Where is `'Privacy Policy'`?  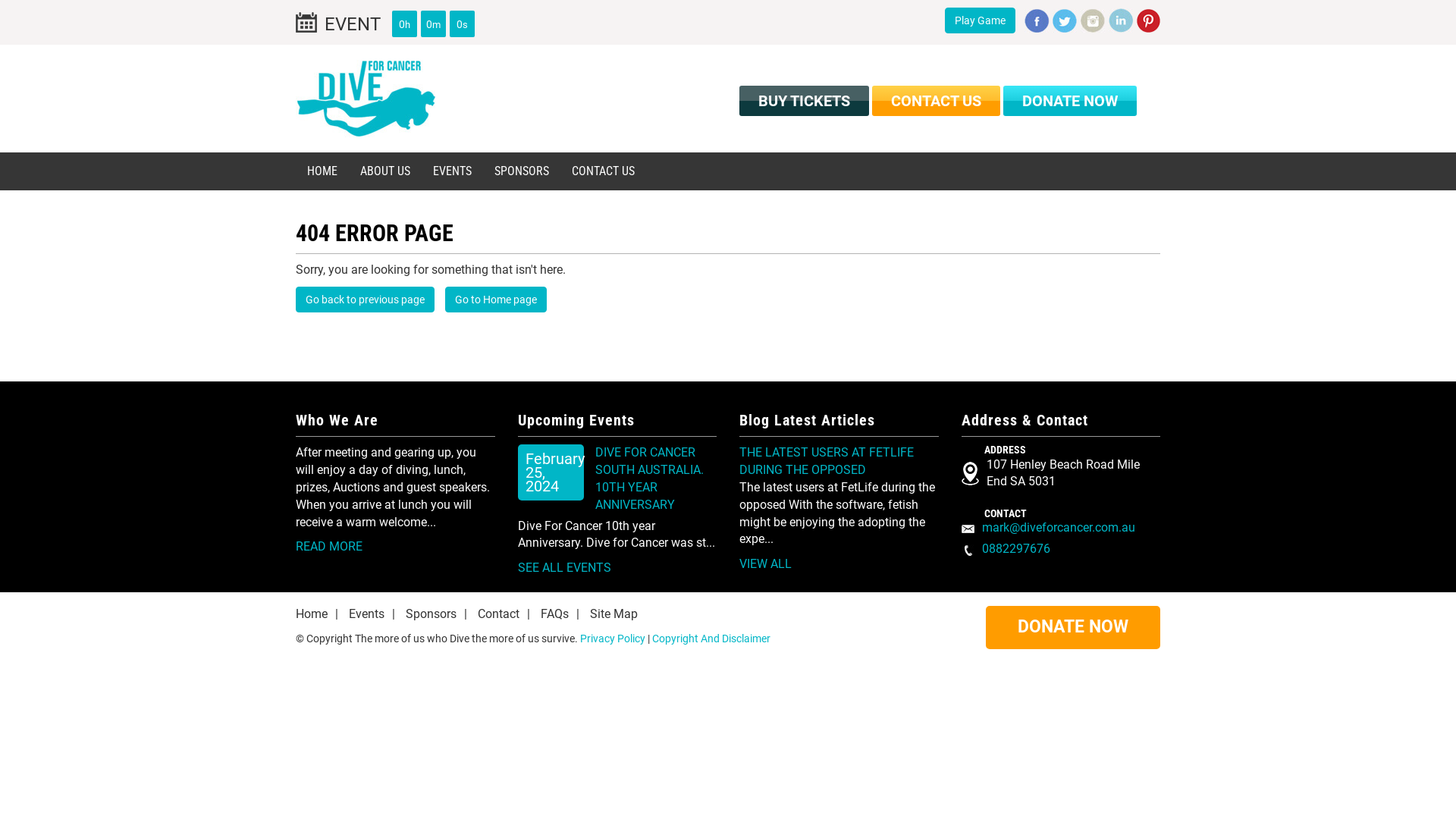
'Privacy Policy' is located at coordinates (612, 638).